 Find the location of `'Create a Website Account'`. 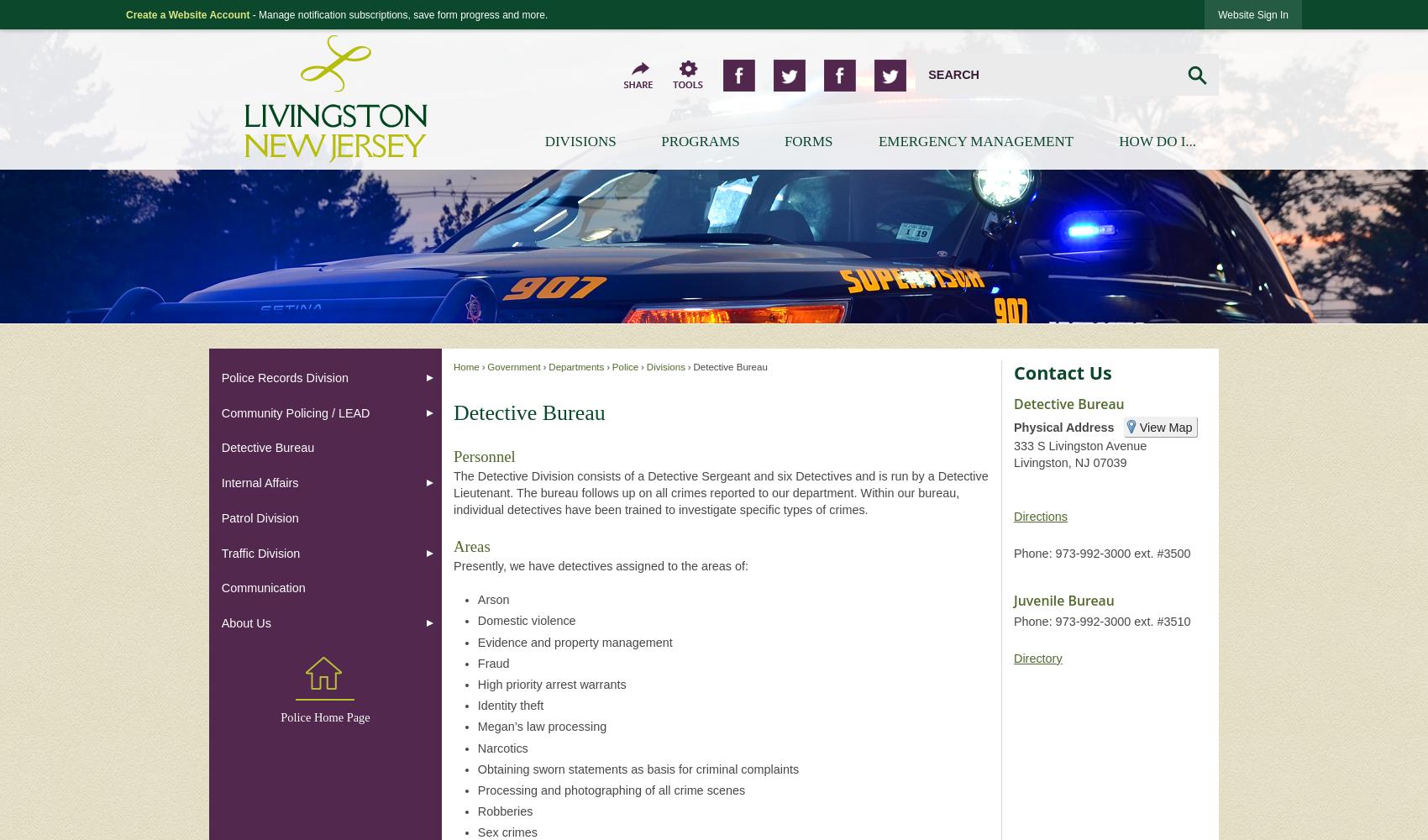

'Create a Website Account' is located at coordinates (187, 15).